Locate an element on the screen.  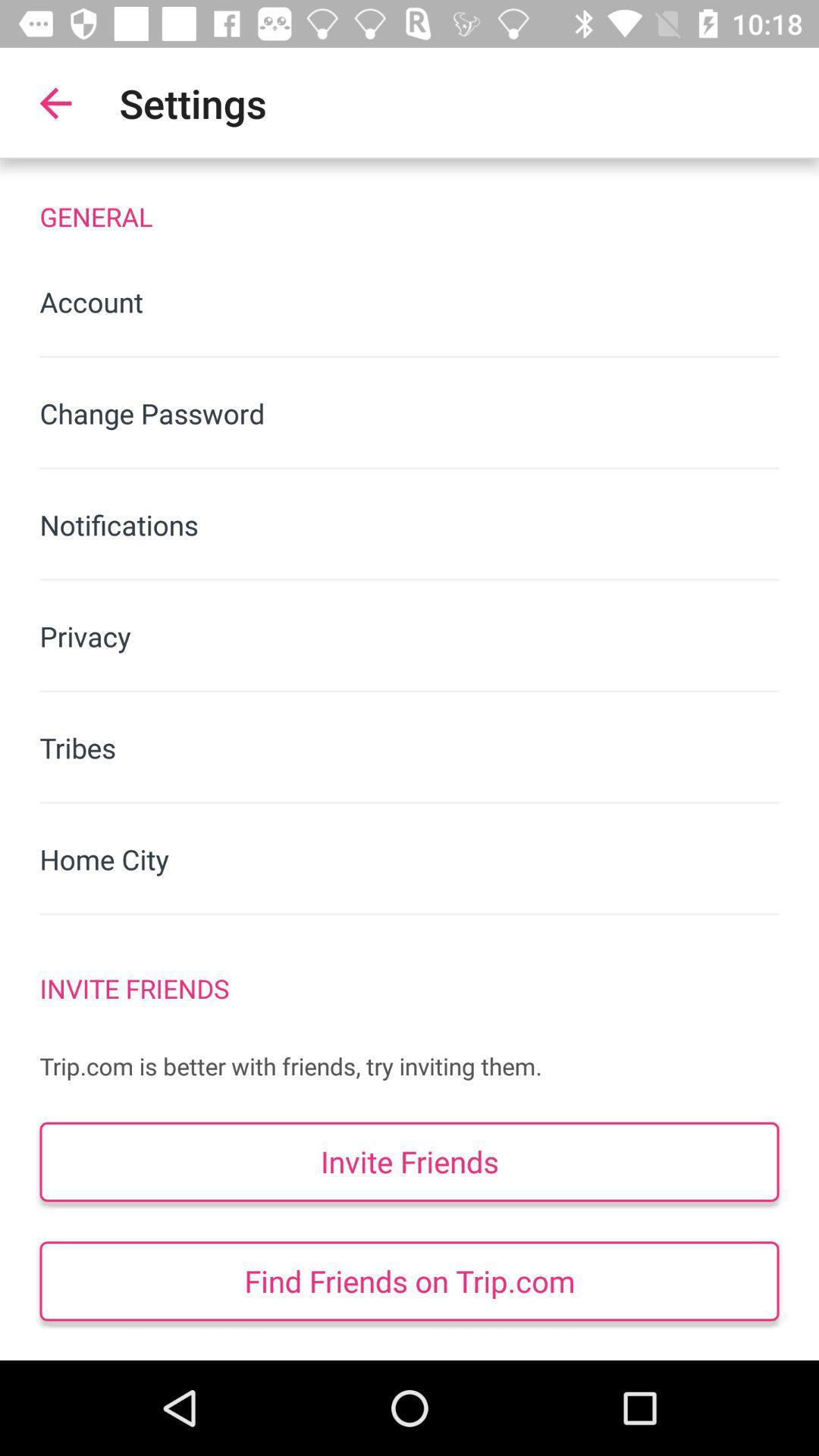
app to the left of the settings icon is located at coordinates (55, 102).